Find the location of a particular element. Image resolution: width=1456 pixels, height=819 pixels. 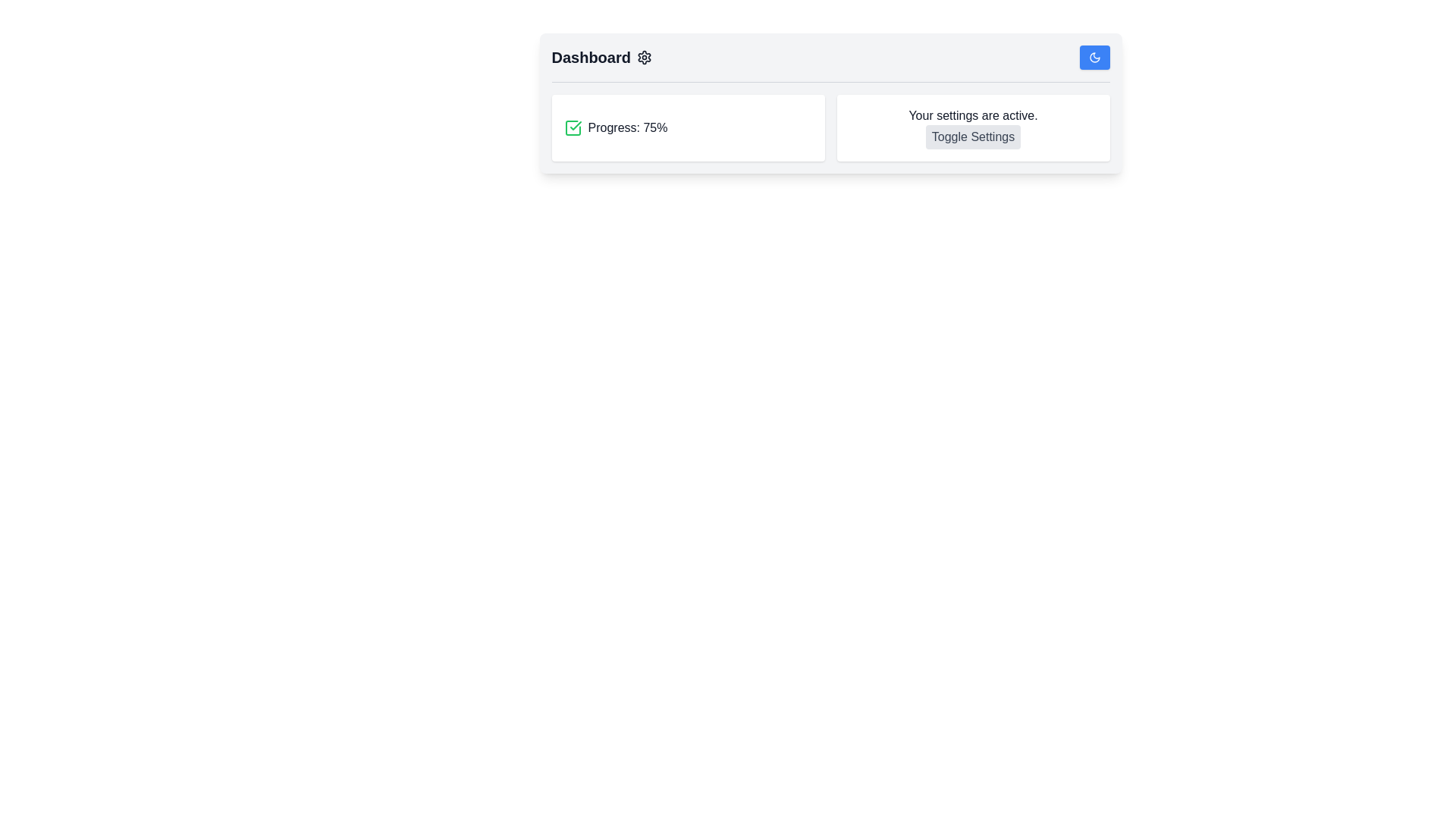

the static text element that reads 'Your settings are active.' which is located on the right side of the dashboard interface, above the 'Toggle Settings' button is located at coordinates (973, 115).